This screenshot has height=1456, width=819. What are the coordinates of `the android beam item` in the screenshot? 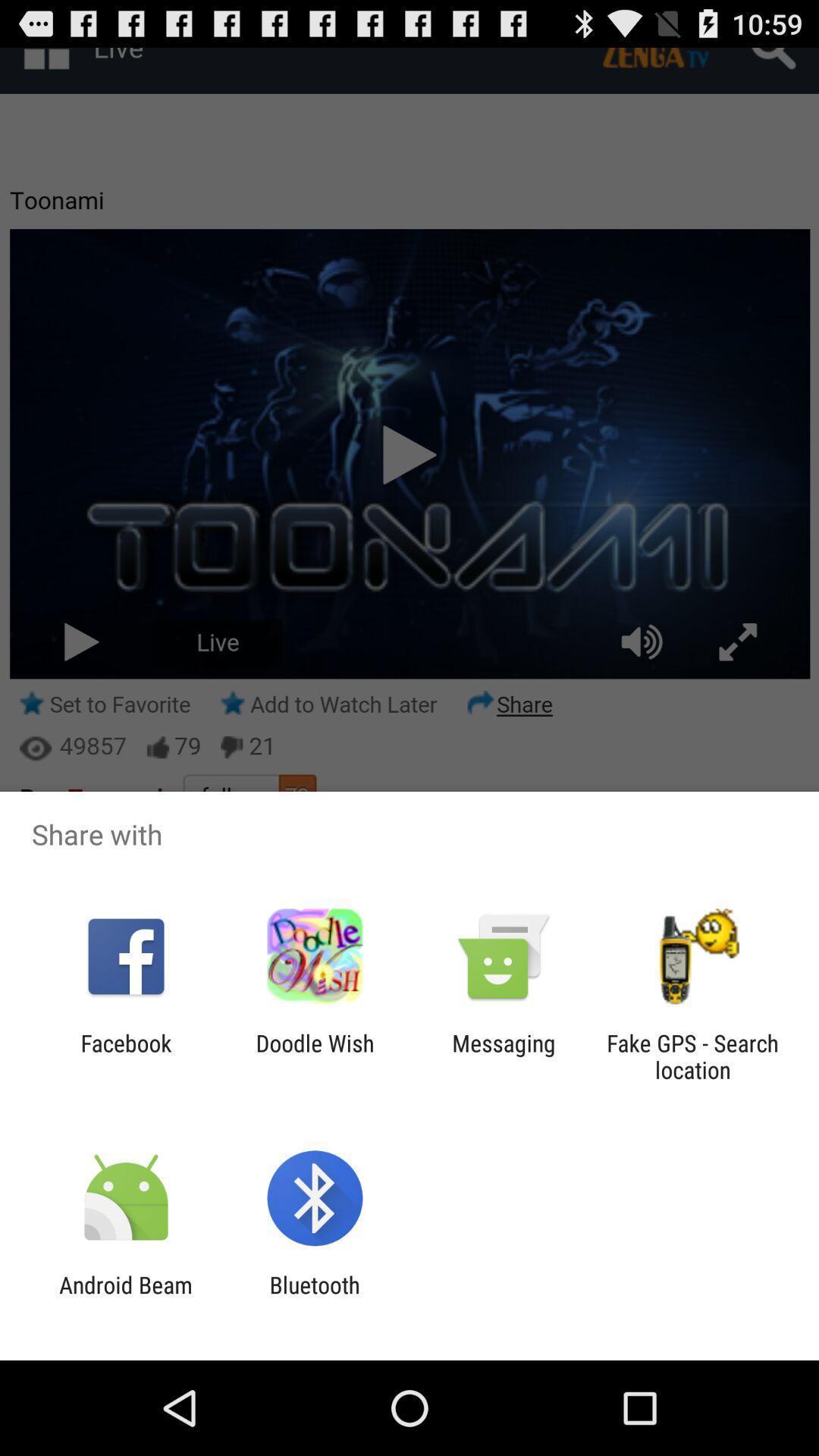 It's located at (125, 1298).